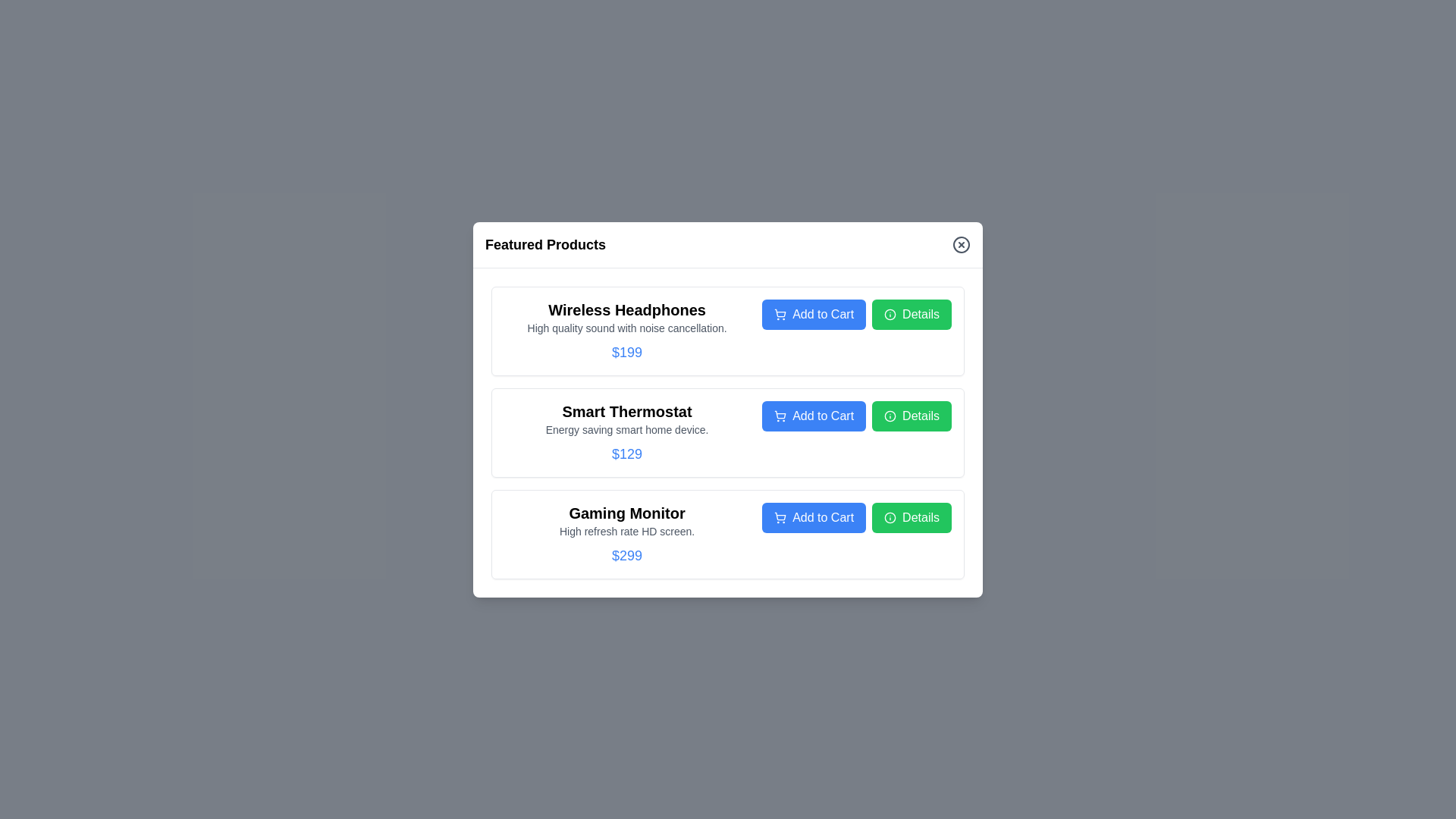 The height and width of the screenshot is (819, 1456). What do you see at coordinates (813, 516) in the screenshot?
I see `'Add to Cart' button for the product Gaming Monitor` at bounding box center [813, 516].